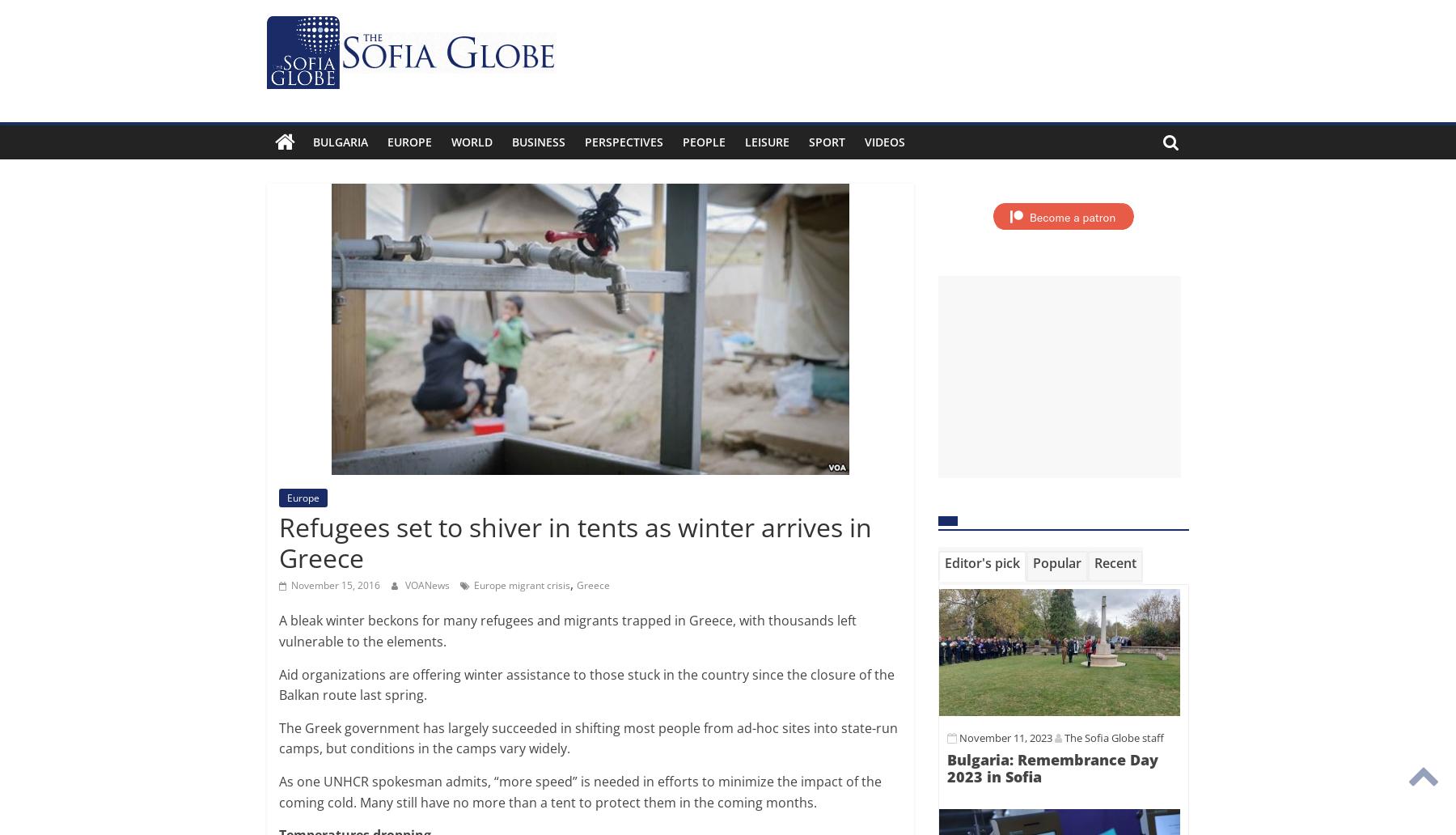 This screenshot has width=1456, height=835. I want to click on 'November 15, 2016', so click(336, 583).